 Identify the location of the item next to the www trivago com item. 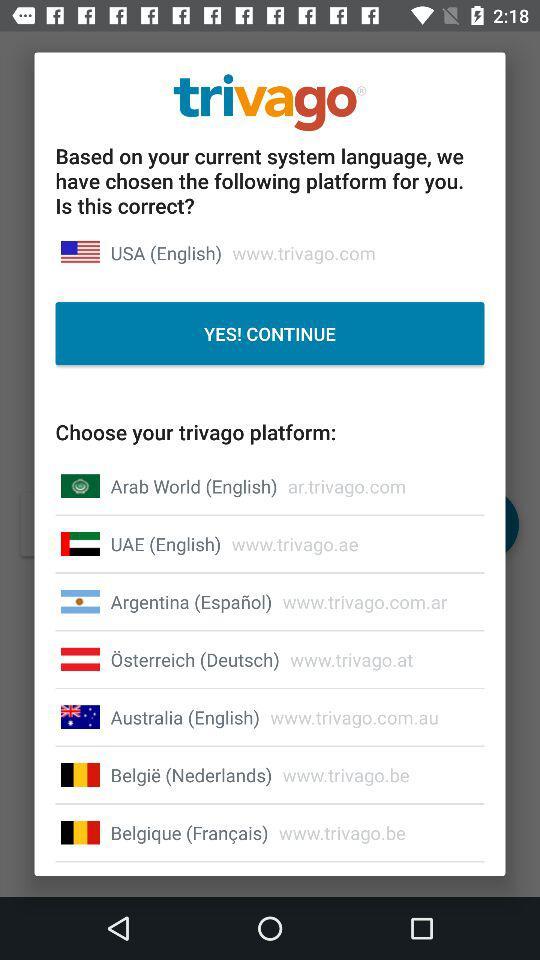
(185, 717).